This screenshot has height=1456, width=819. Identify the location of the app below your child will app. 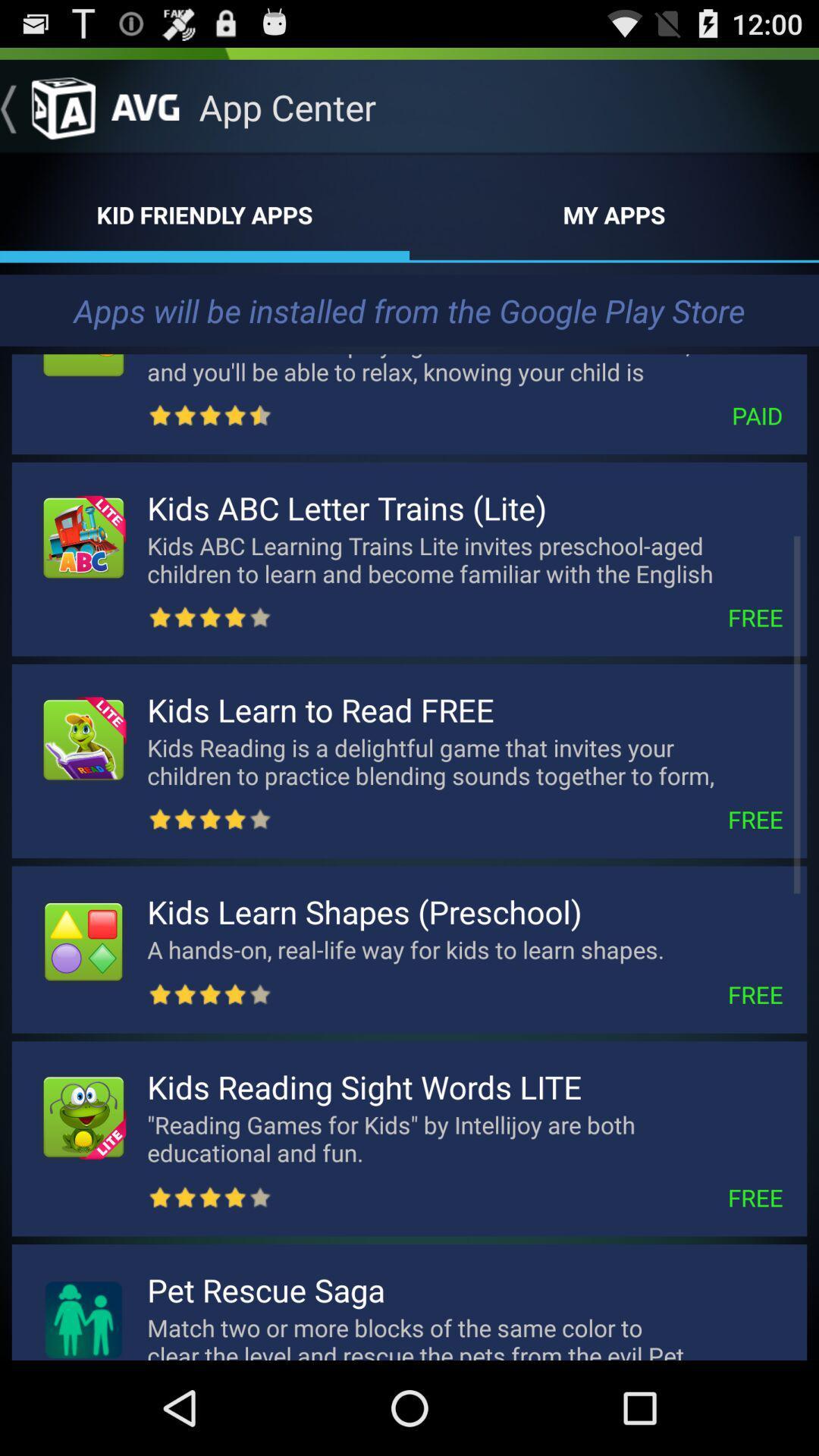
(526, 416).